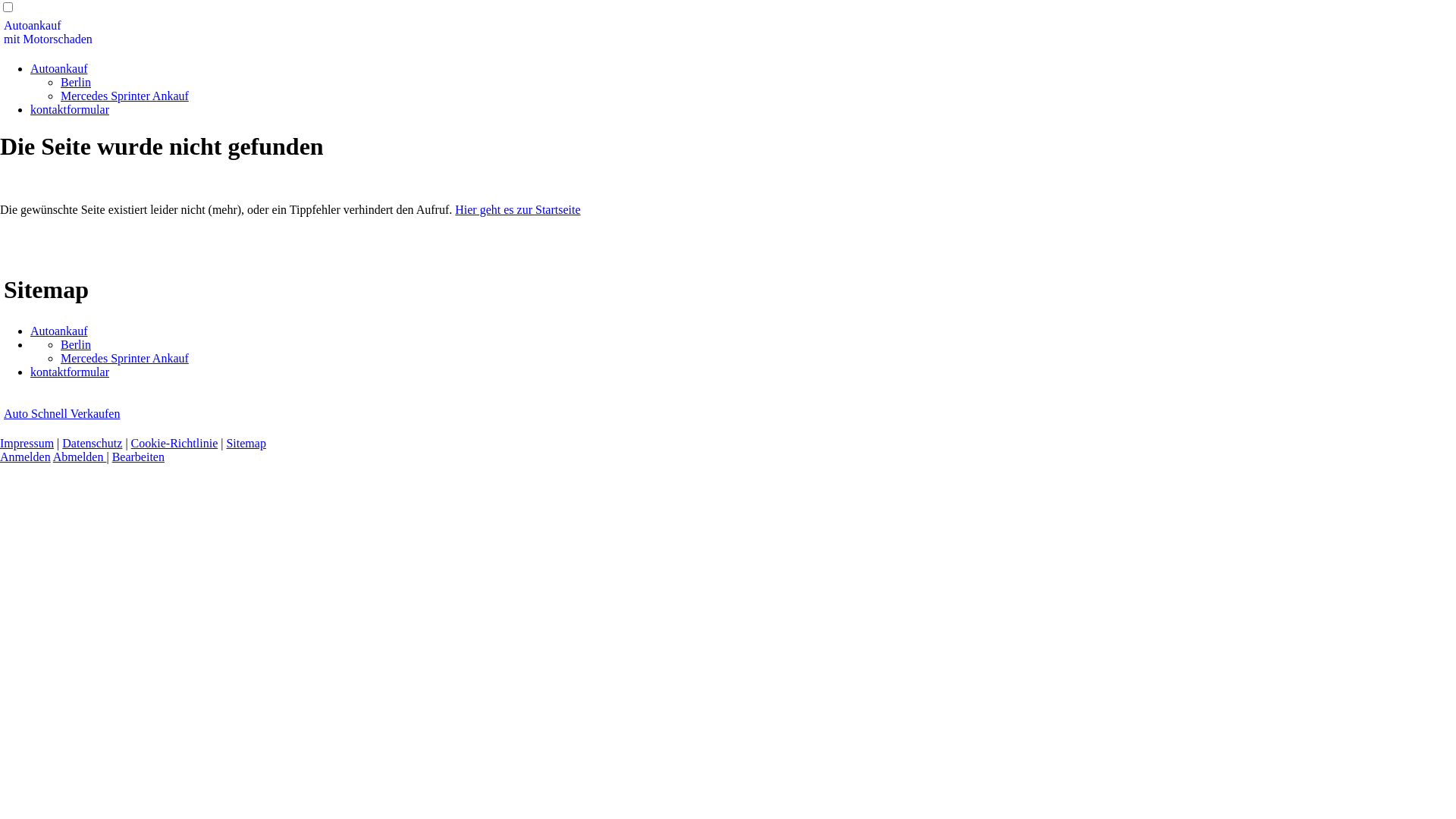 This screenshot has width=1456, height=819. I want to click on 'Abmelden', so click(79, 456).